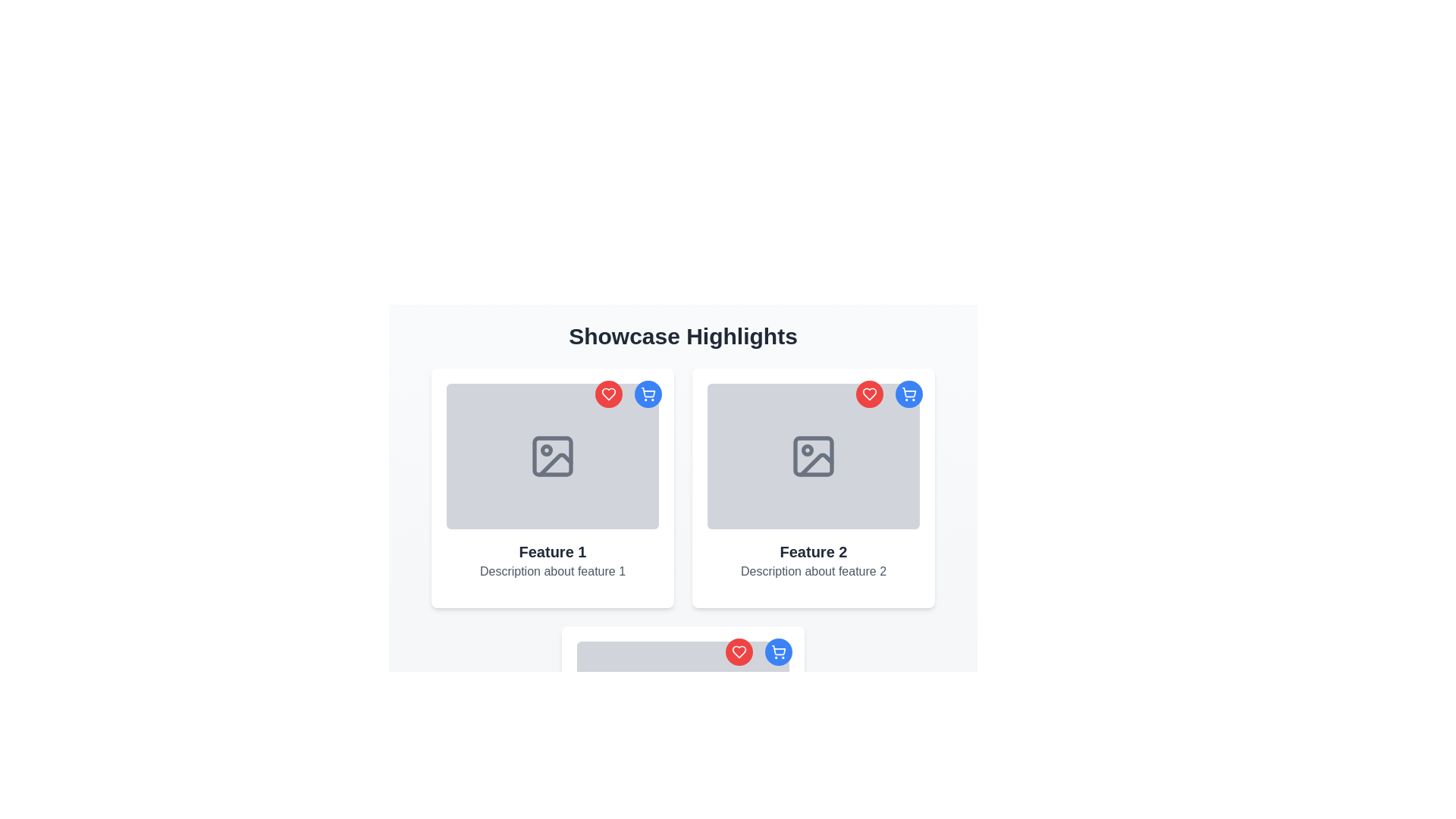  Describe the element at coordinates (552, 455) in the screenshot. I see `the SVG rectangle component that represents an image placeholder, located in the left card of the top row of the grid, above the 'Feature 1' label` at that location.